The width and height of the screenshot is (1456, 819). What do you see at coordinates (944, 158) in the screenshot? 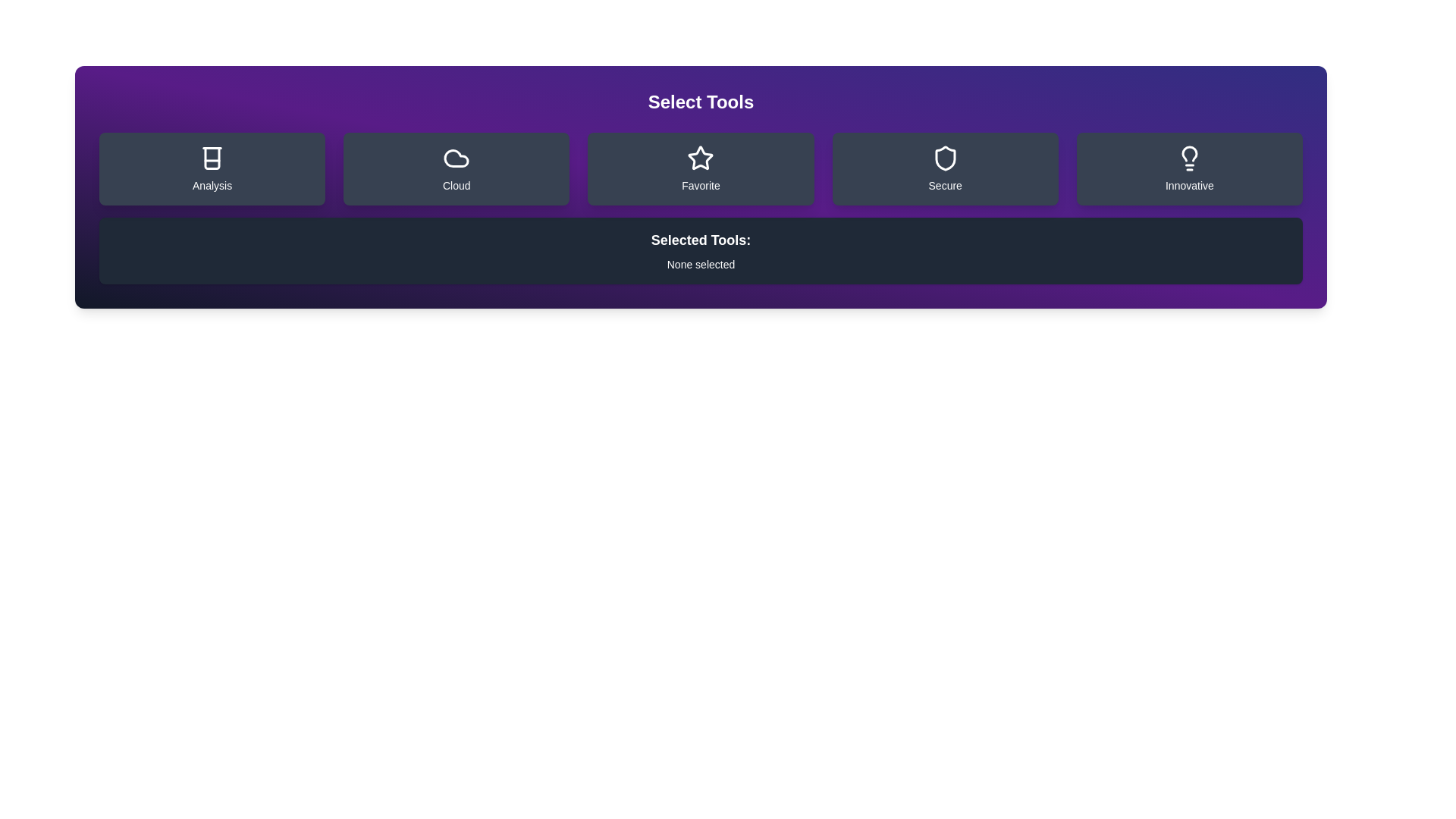
I see `the shield-shaped icon in the fourth position of the 'Select Tools' row` at bounding box center [944, 158].